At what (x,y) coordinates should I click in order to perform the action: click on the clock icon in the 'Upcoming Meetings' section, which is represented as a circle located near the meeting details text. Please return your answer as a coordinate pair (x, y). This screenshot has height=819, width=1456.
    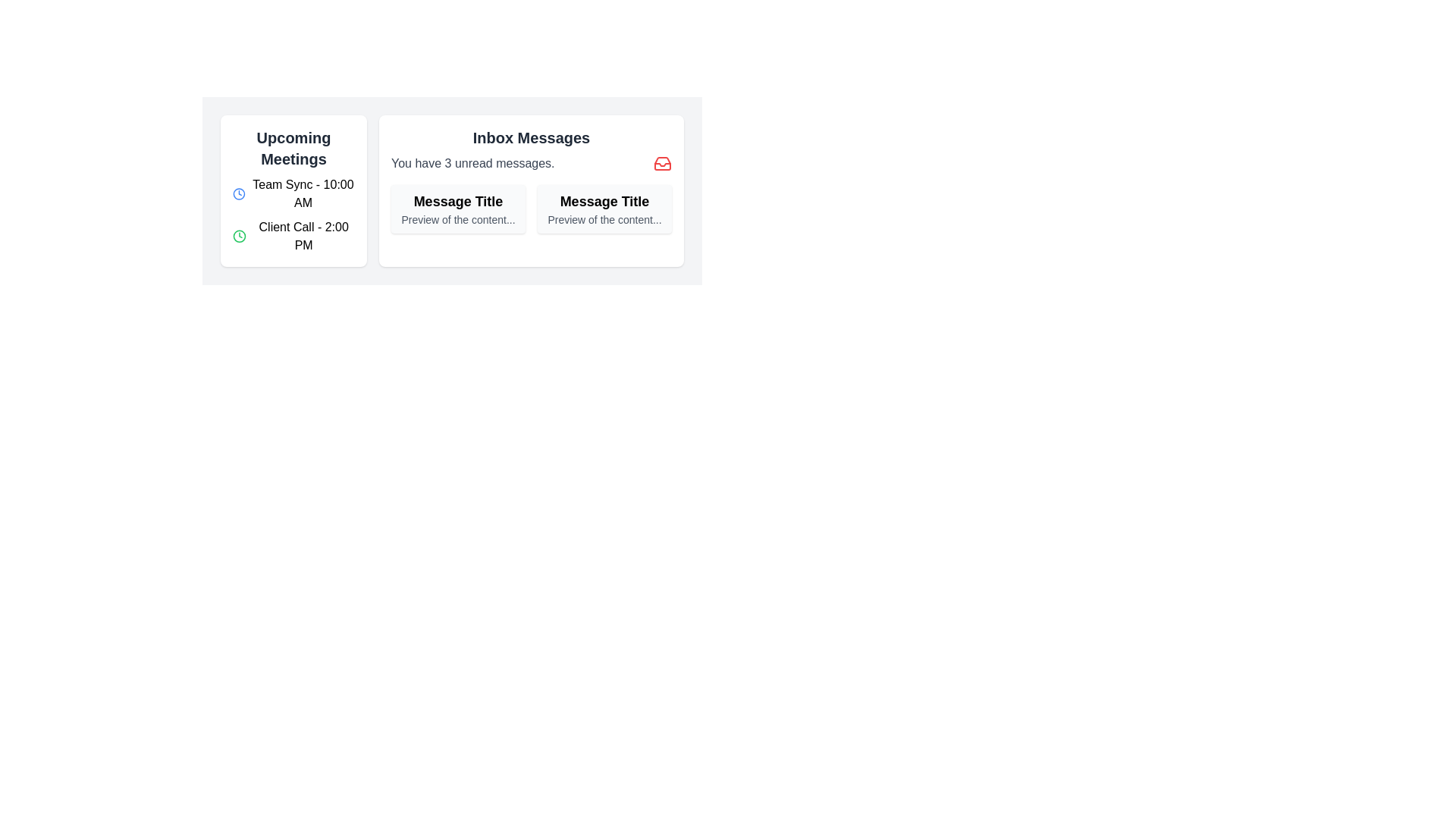
    Looking at the image, I should click on (239, 237).